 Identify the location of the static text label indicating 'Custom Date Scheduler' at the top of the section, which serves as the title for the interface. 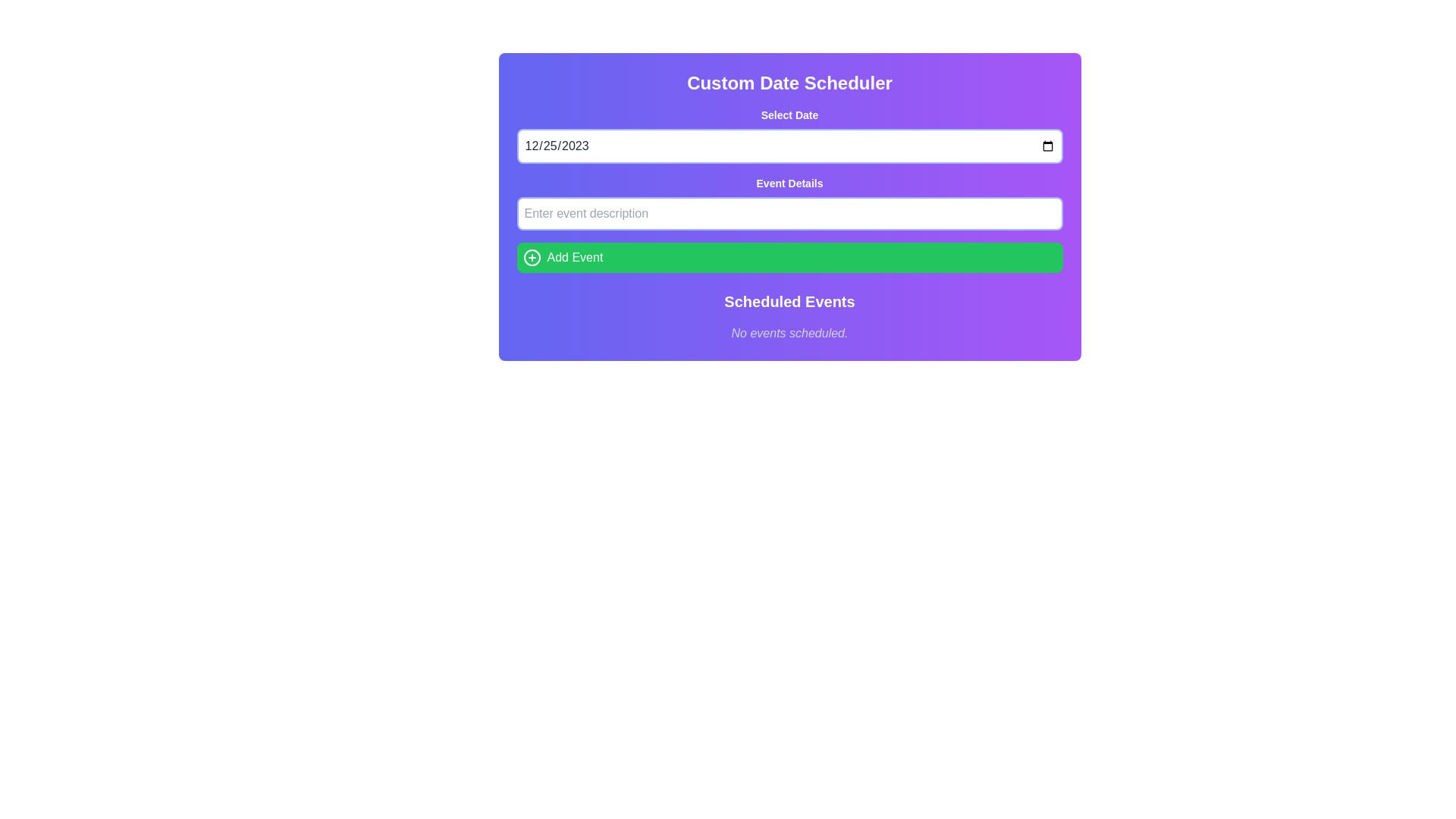
(789, 83).